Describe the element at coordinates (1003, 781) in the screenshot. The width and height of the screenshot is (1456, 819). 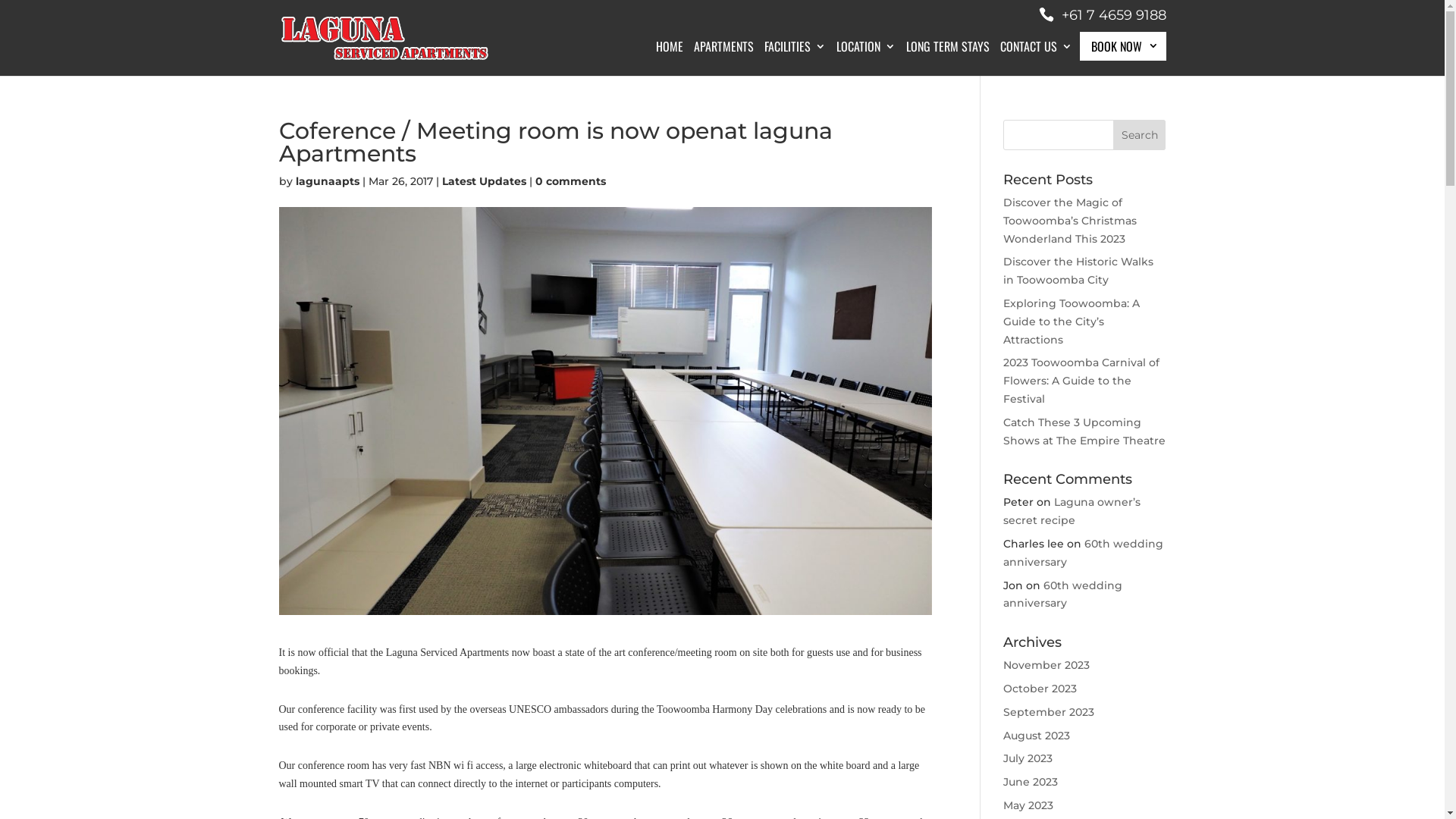
I see `'June 2023'` at that location.